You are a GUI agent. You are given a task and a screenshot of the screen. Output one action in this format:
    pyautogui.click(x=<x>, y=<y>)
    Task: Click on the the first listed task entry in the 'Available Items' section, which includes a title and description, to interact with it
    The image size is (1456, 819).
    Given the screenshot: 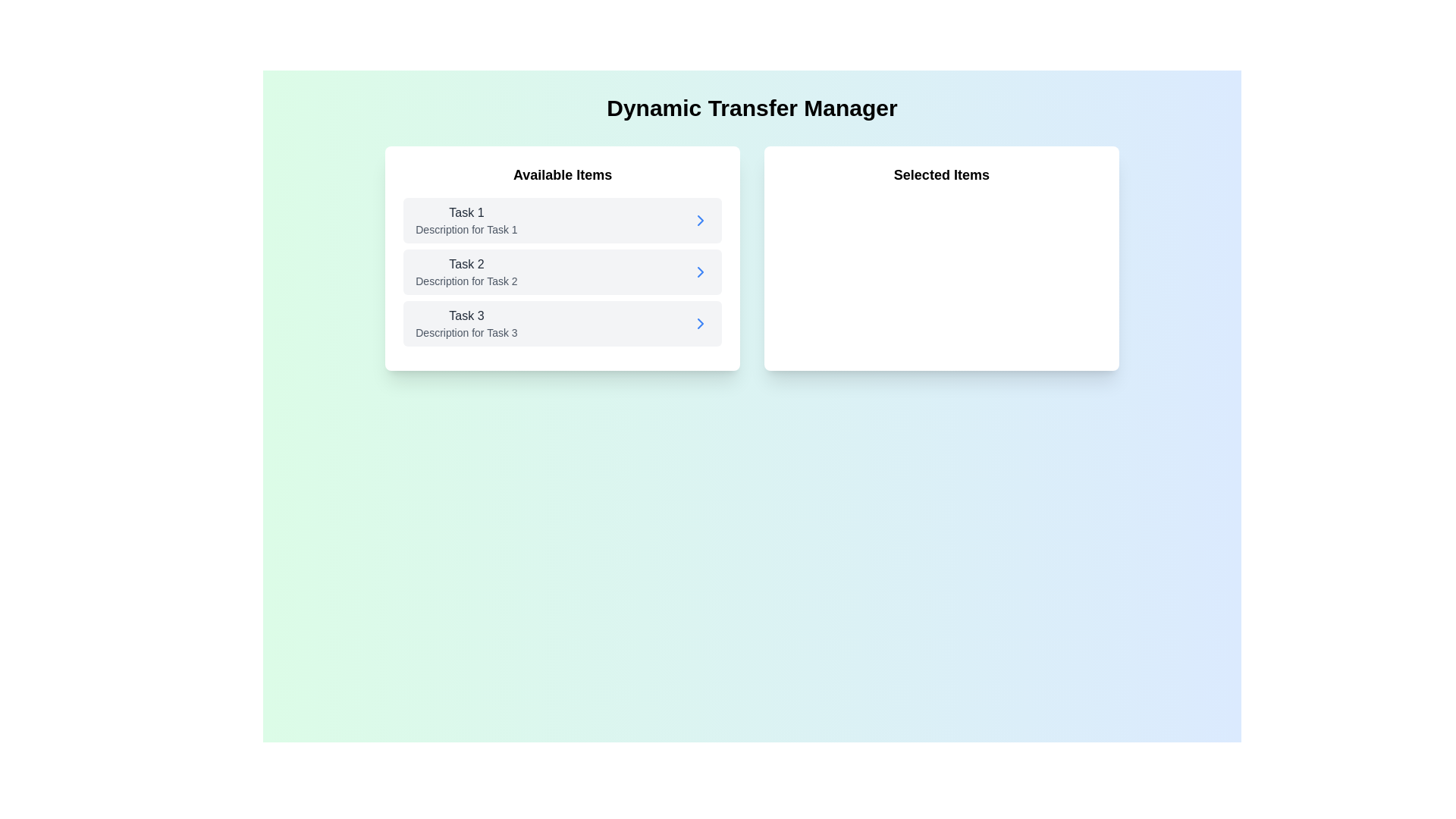 What is the action you would take?
    pyautogui.click(x=466, y=220)
    